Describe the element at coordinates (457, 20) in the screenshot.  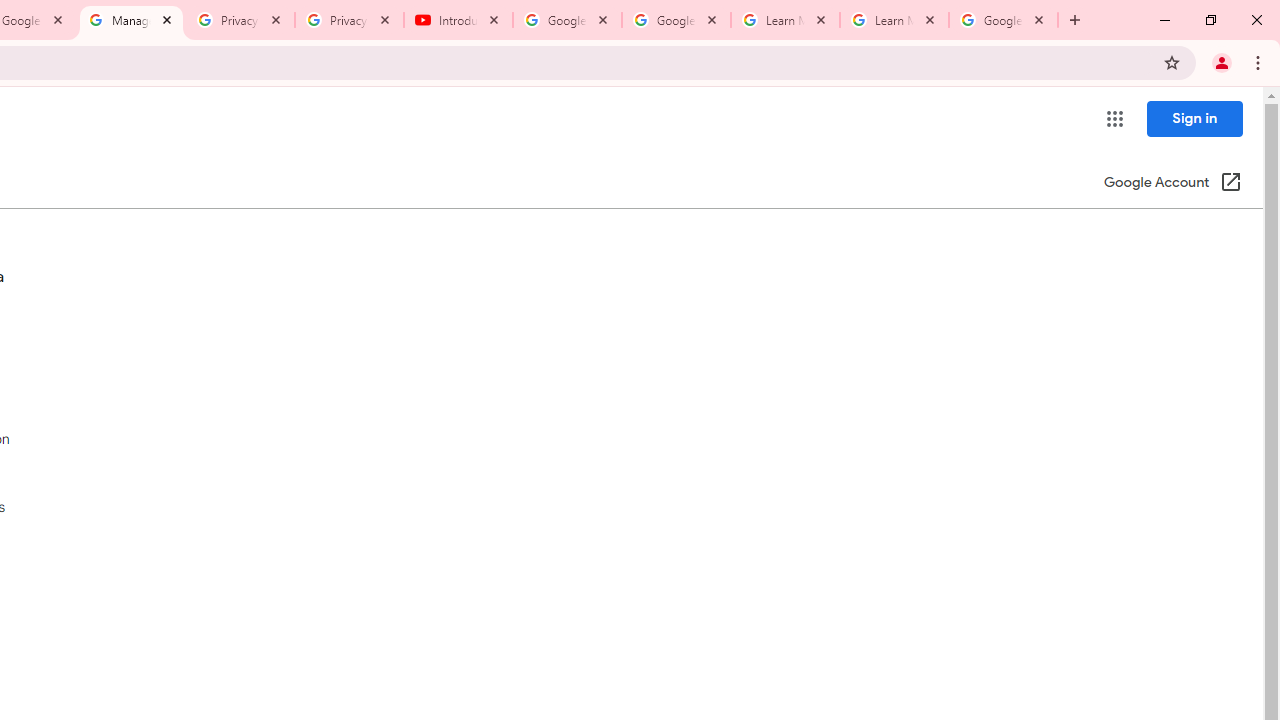
I see `'Introduction | Google Privacy Policy - YouTube'` at that location.